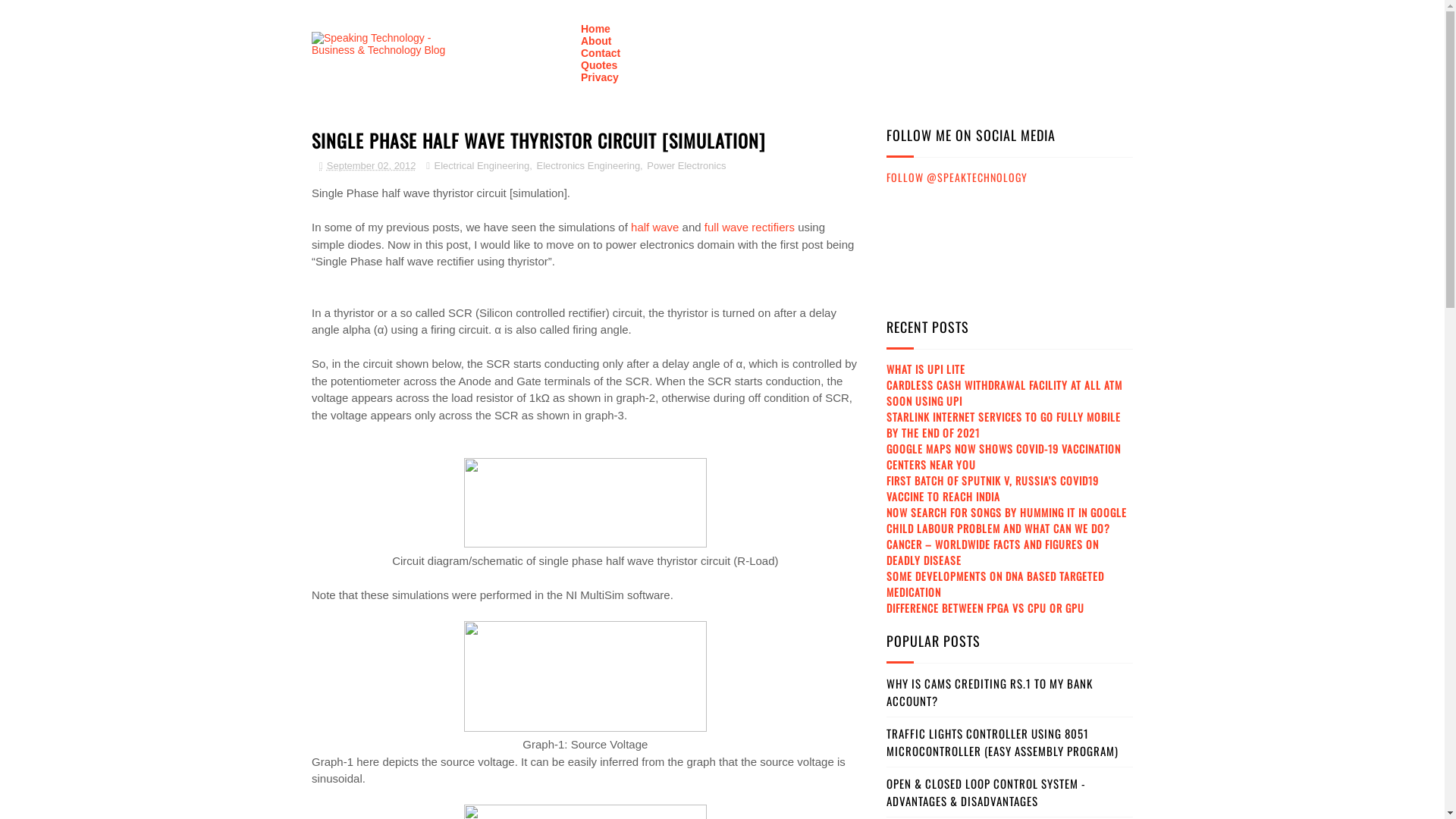  Describe the element at coordinates (985, 607) in the screenshot. I see `'DIFFERENCE BETWEEN FPGA VS CPU OR GPU'` at that location.